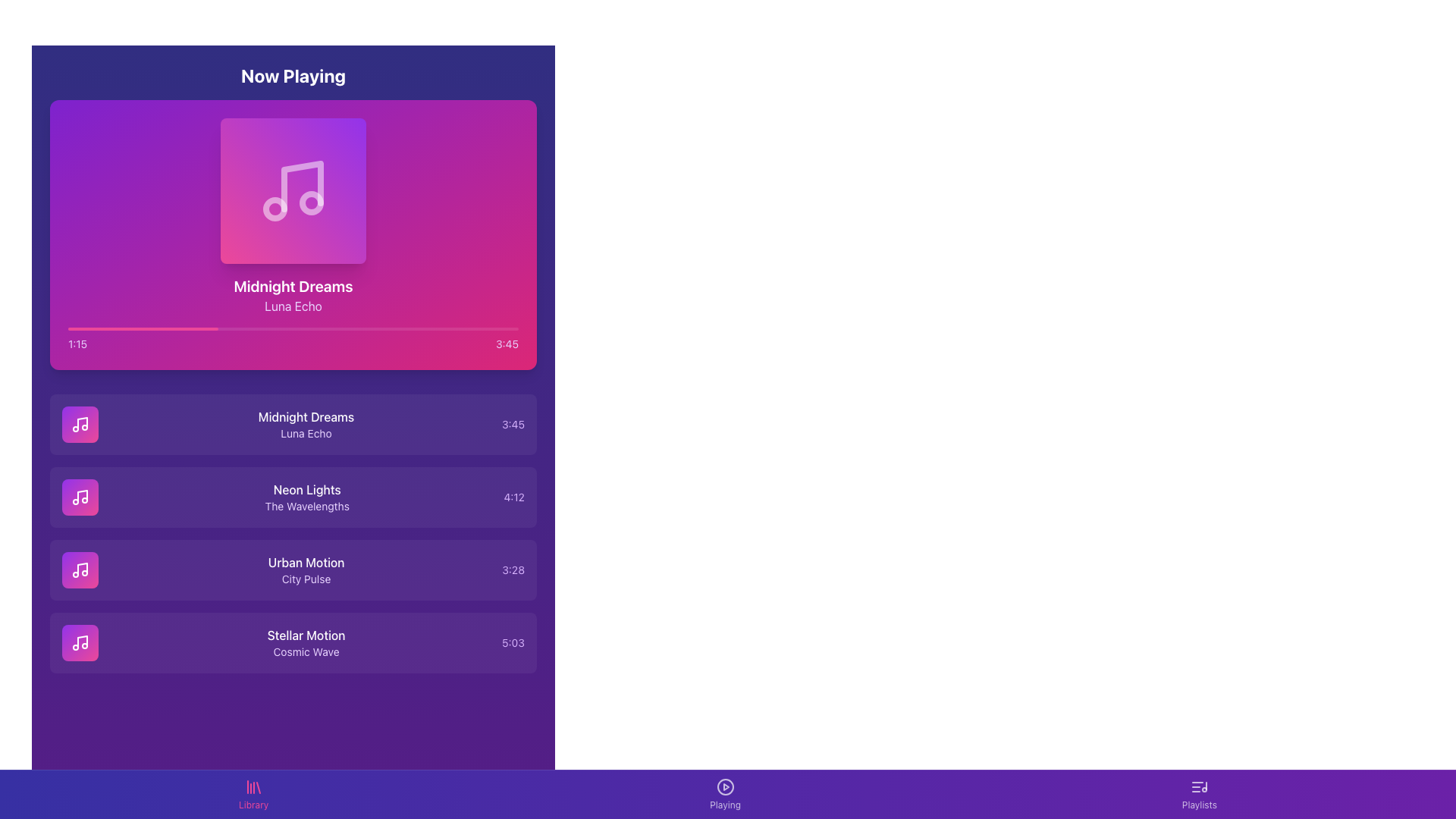  What do you see at coordinates (306, 497) in the screenshot?
I see `on the text block displaying the song title 'Neon Lights' and artist name 'The Wavelengths'` at bounding box center [306, 497].